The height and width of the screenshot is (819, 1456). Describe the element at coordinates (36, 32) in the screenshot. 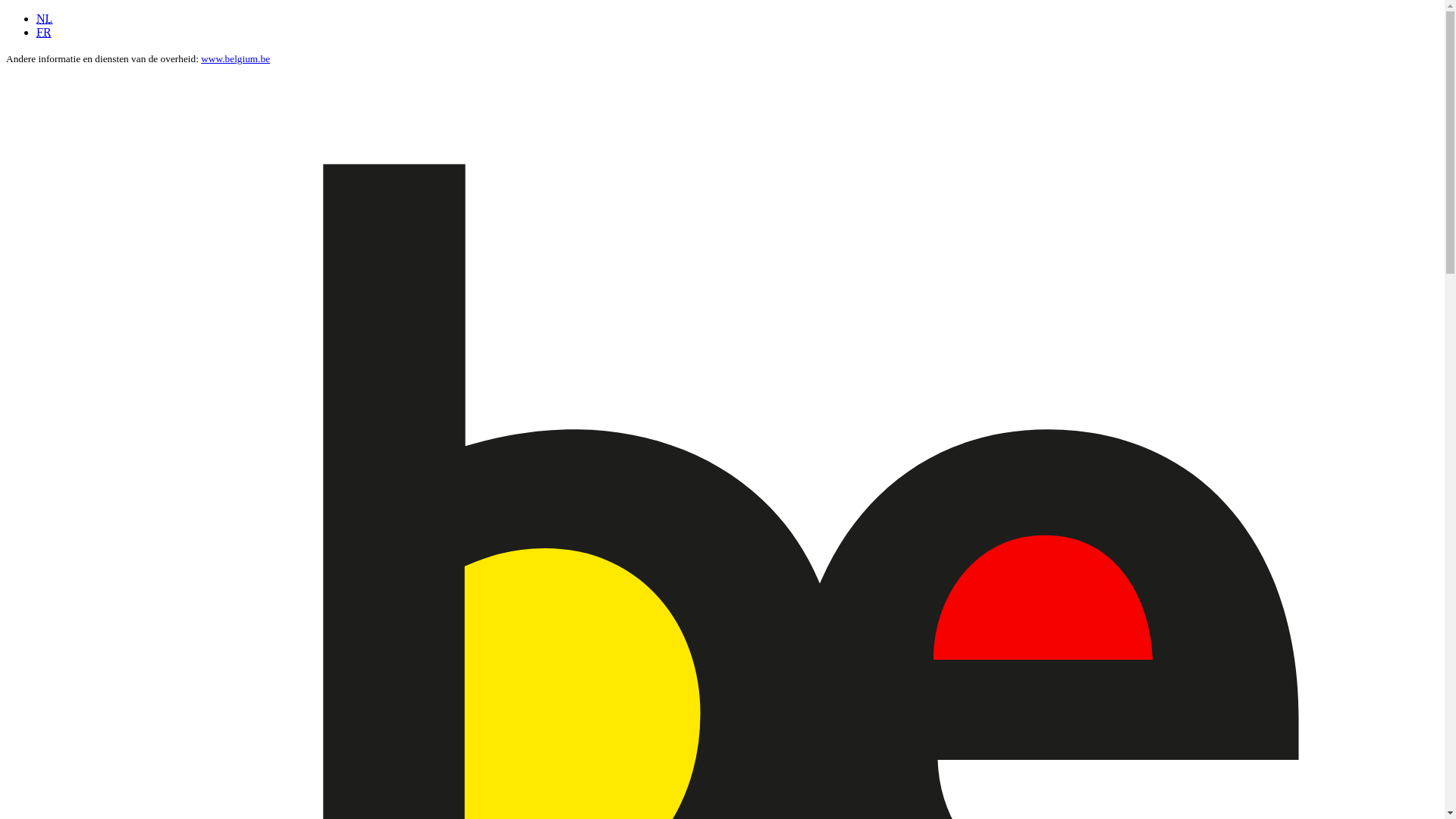

I see `'FR'` at that location.